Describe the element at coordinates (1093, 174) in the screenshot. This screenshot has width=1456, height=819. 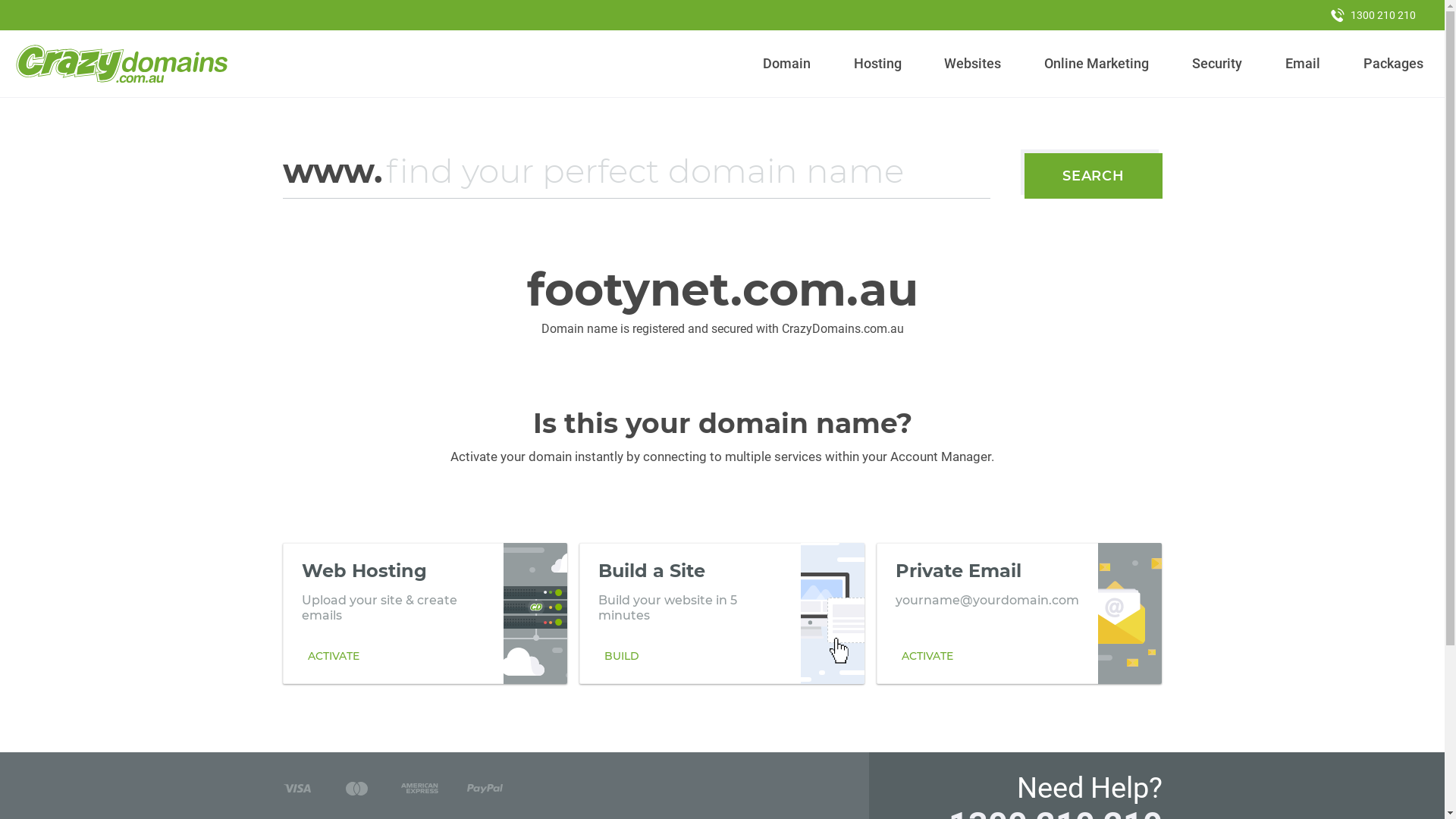
I see `'SEARCH'` at that location.